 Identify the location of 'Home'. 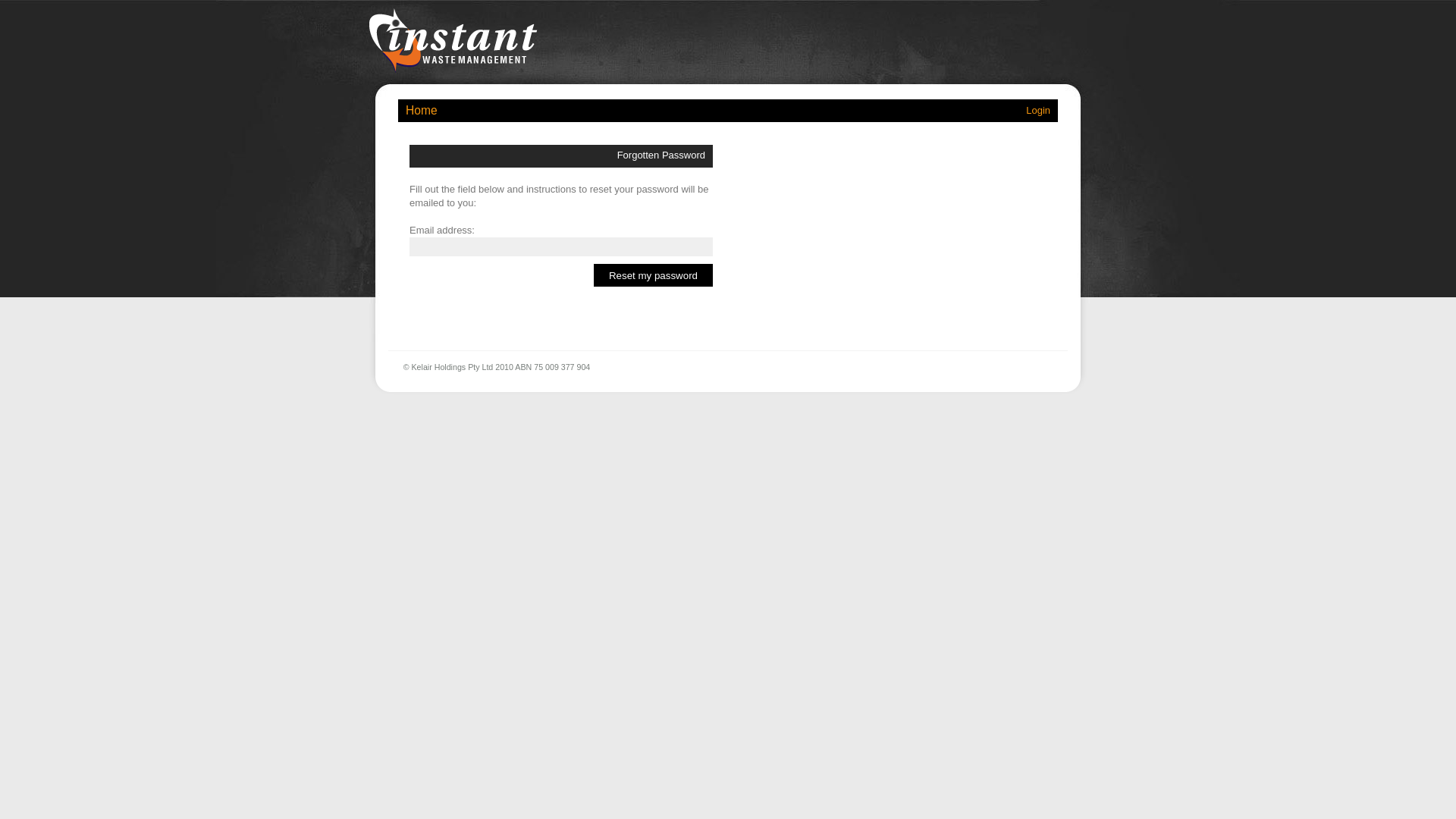
(422, 109).